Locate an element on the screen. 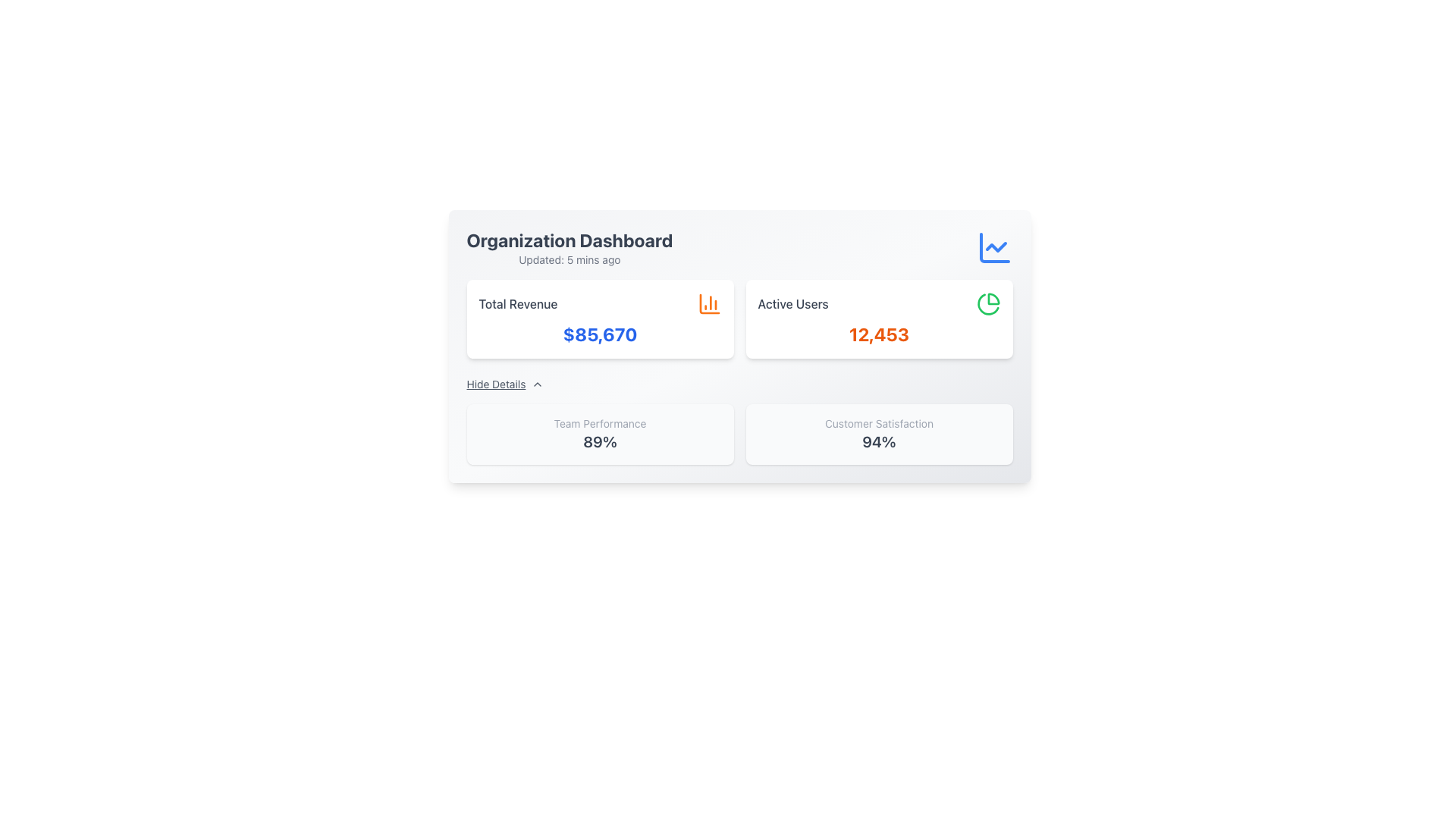  the analytics icon located in the top-right corner of the 'Organization Dashboard' header is located at coordinates (994, 247).